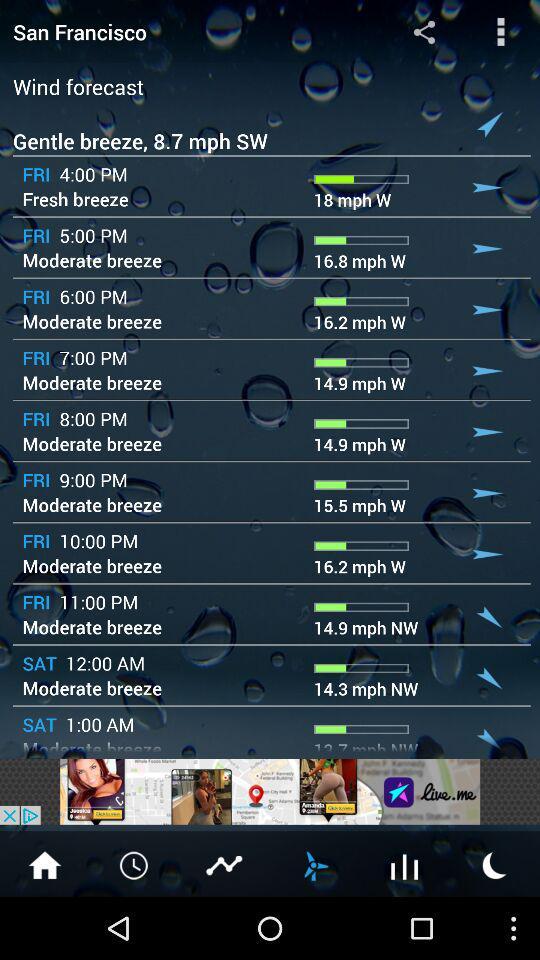  I want to click on the share icon, so click(423, 33).